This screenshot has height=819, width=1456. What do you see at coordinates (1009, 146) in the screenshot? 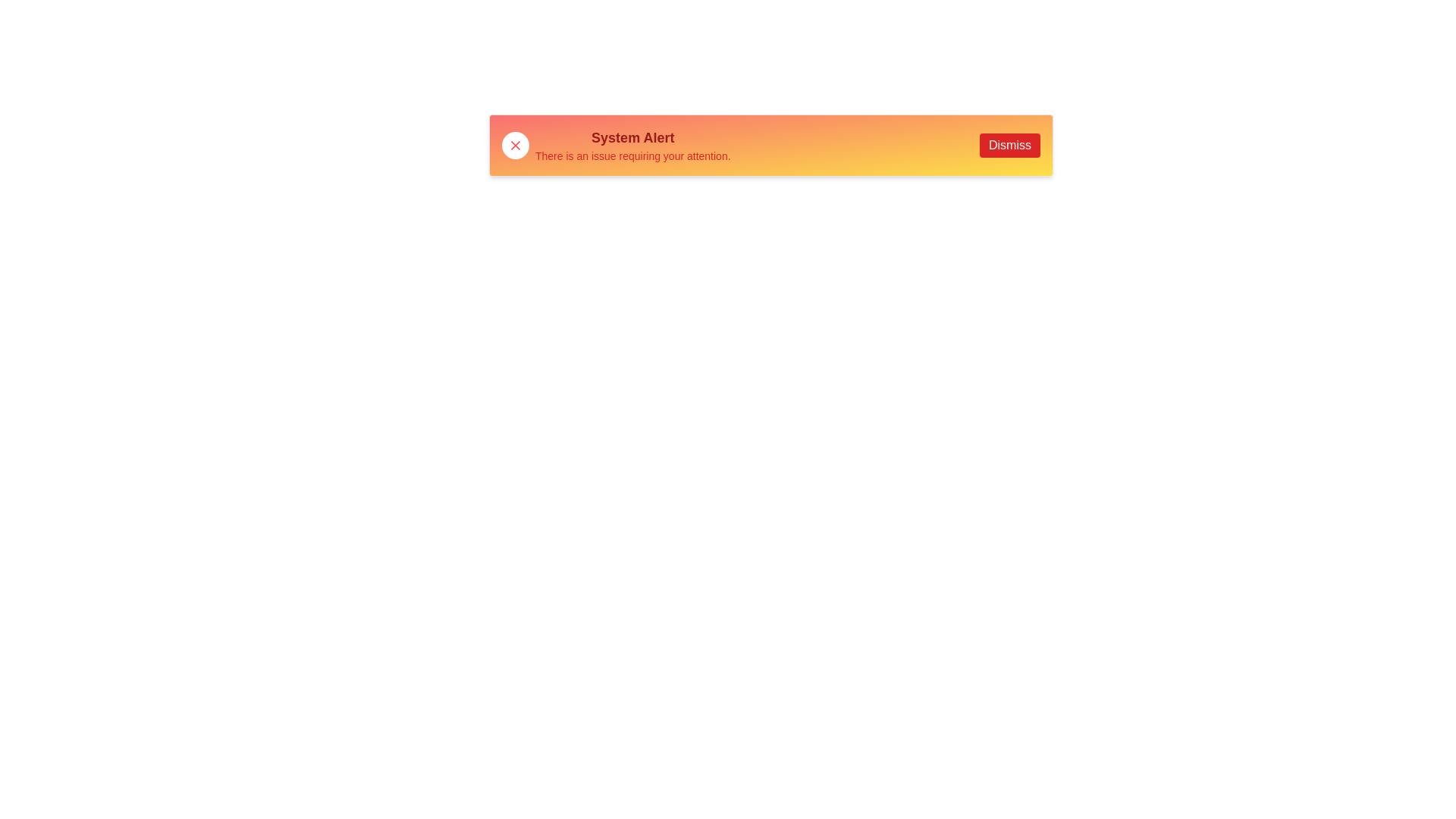
I see `the dismiss button located at the far-right end of the notification bar` at bounding box center [1009, 146].